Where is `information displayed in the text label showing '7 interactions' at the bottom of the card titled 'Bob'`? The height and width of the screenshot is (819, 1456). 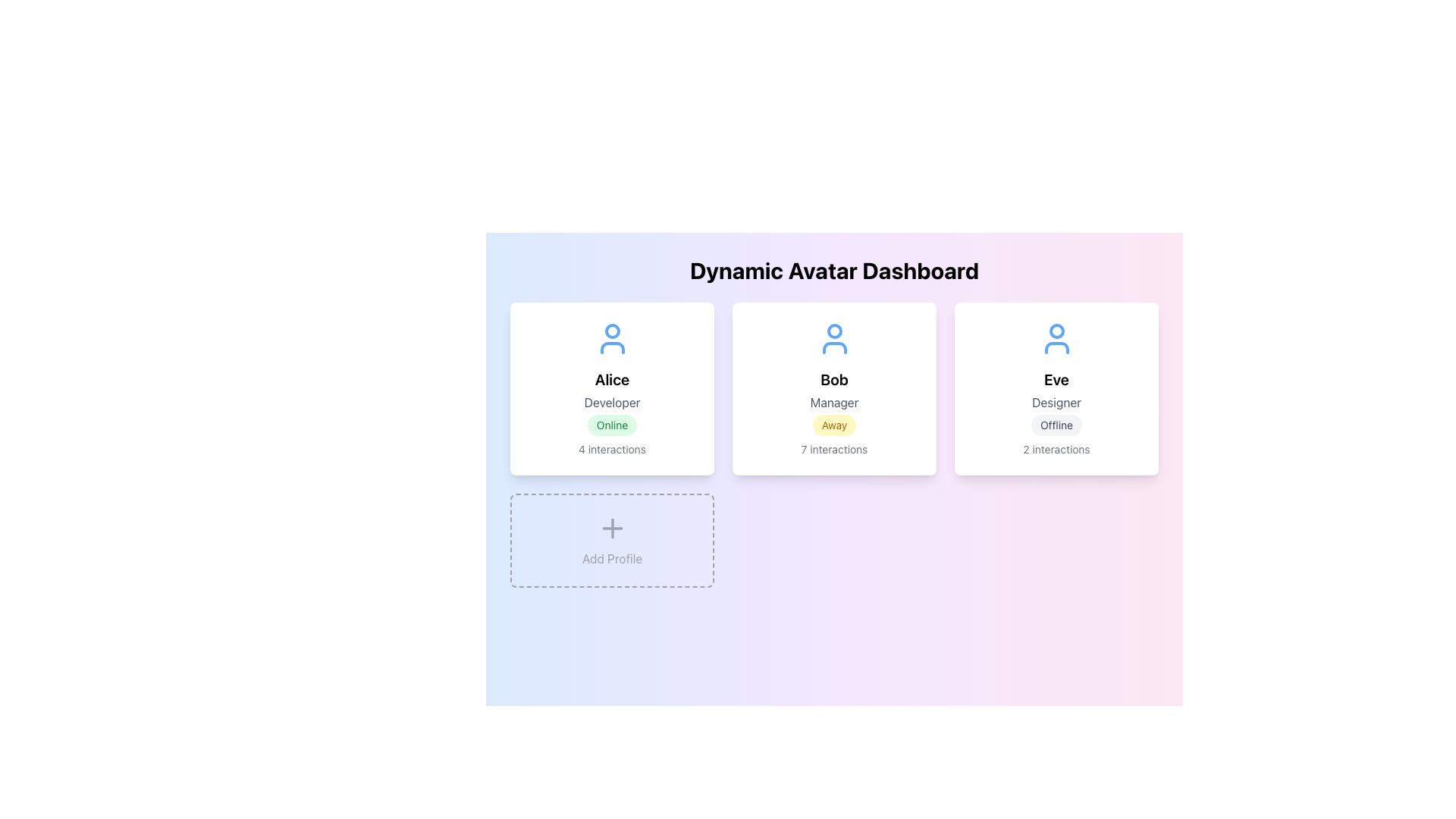 information displayed in the text label showing '7 interactions' at the bottom of the card titled 'Bob' is located at coordinates (833, 449).